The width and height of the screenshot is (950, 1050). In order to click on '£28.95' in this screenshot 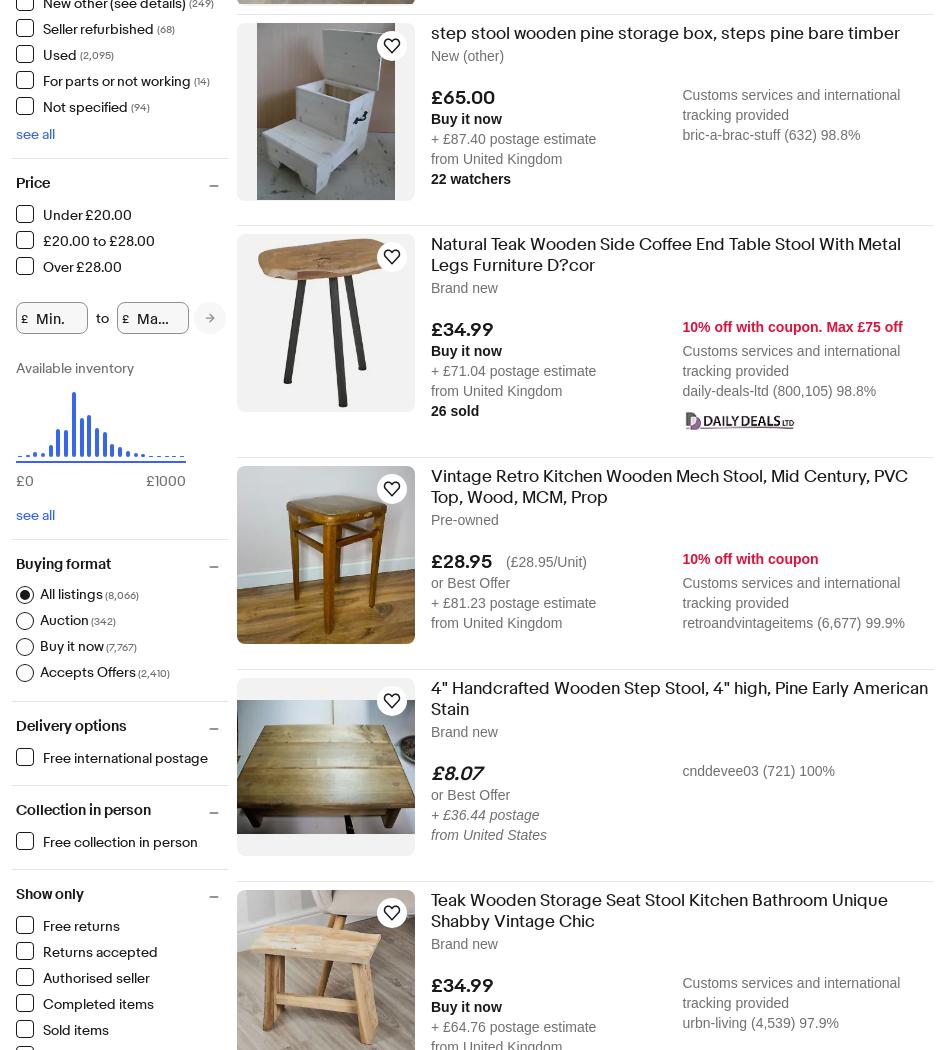, I will do `click(430, 561)`.